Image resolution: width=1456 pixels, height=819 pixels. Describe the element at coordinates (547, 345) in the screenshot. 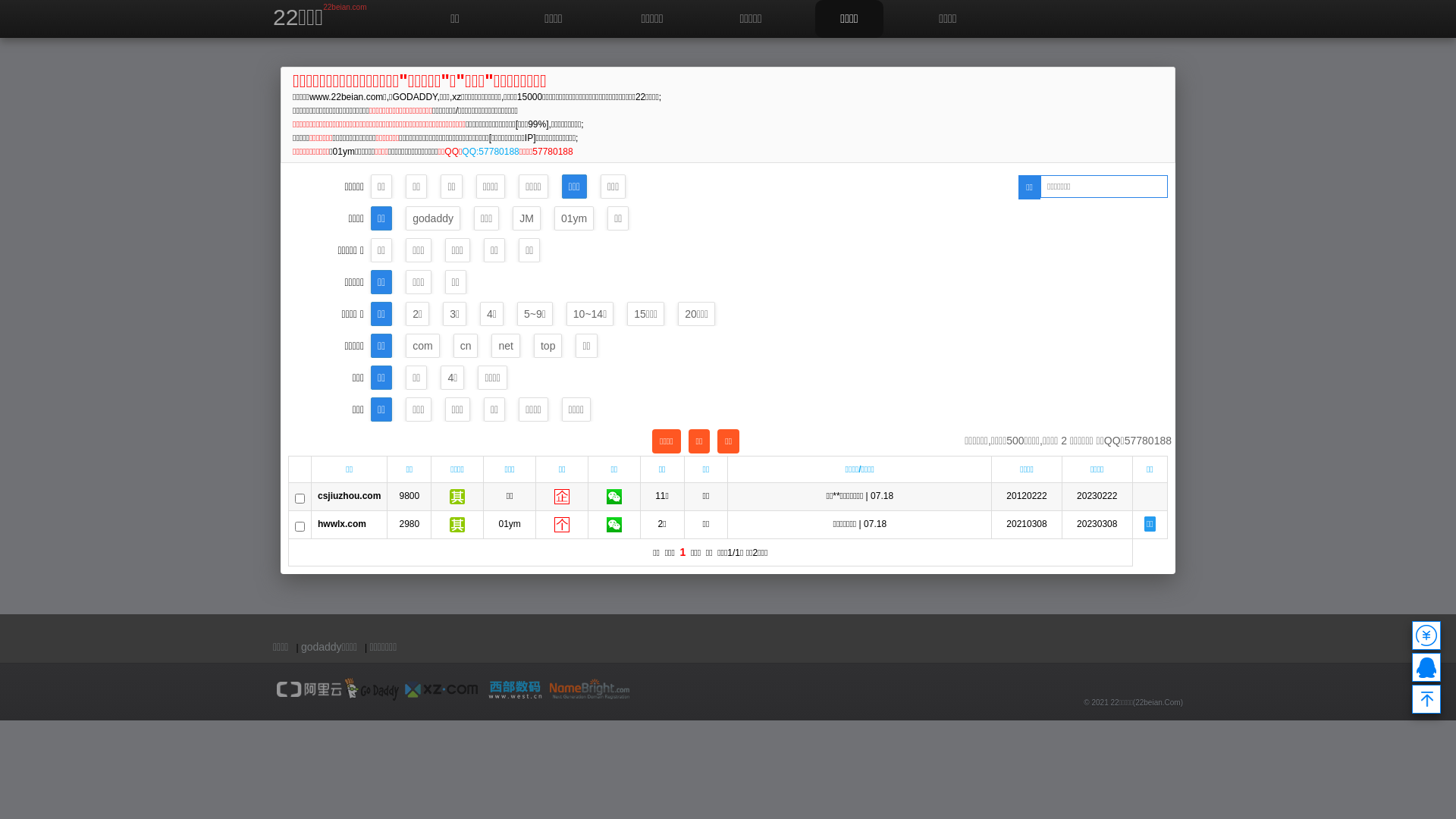

I see `'top'` at that location.